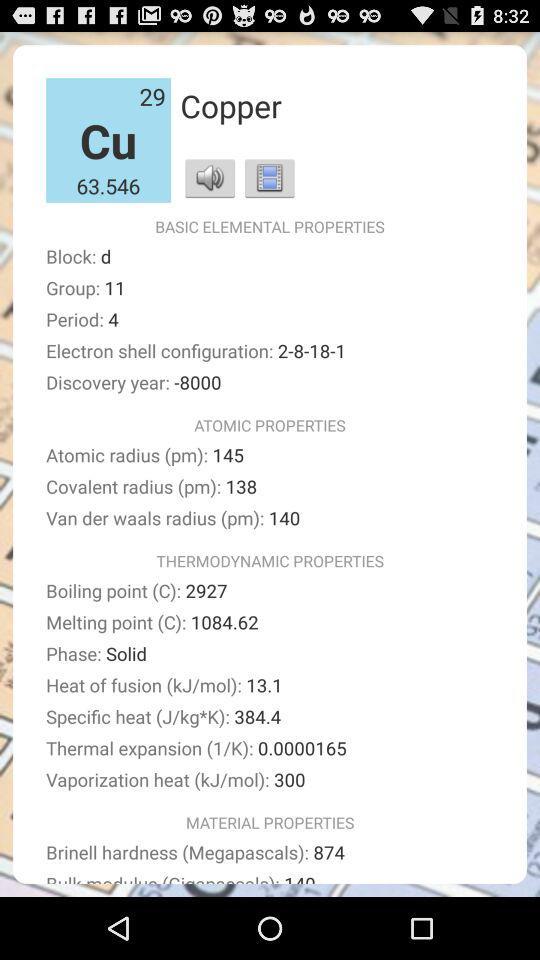 The width and height of the screenshot is (540, 960). Describe the element at coordinates (209, 190) in the screenshot. I see `the volume icon` at that location.